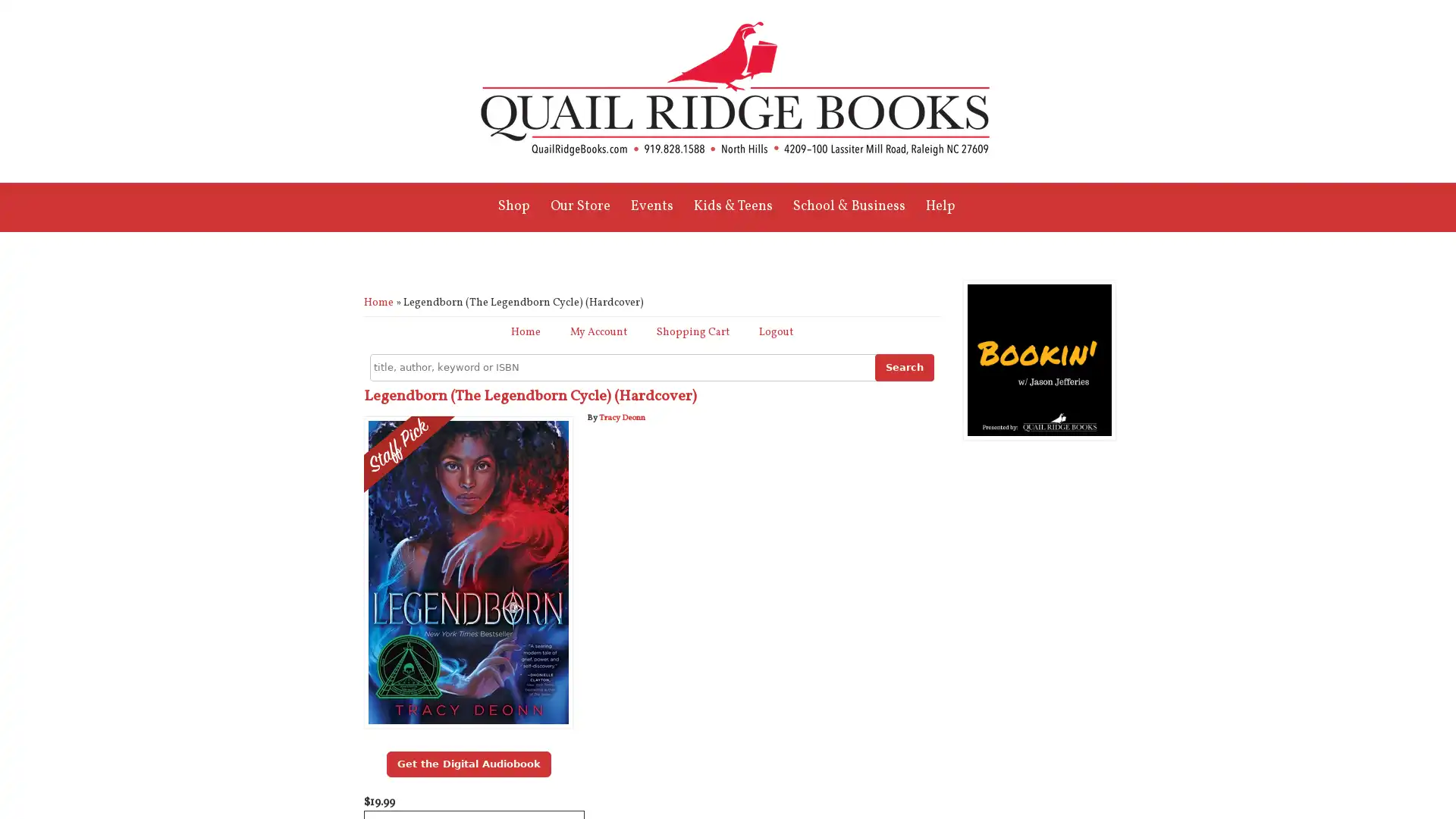 The width and height of the screenshot is (1456, 819). Describe the element at coordinates (467, 763) in the screenshot. I see `Get the Digital Audiobook` at that location.